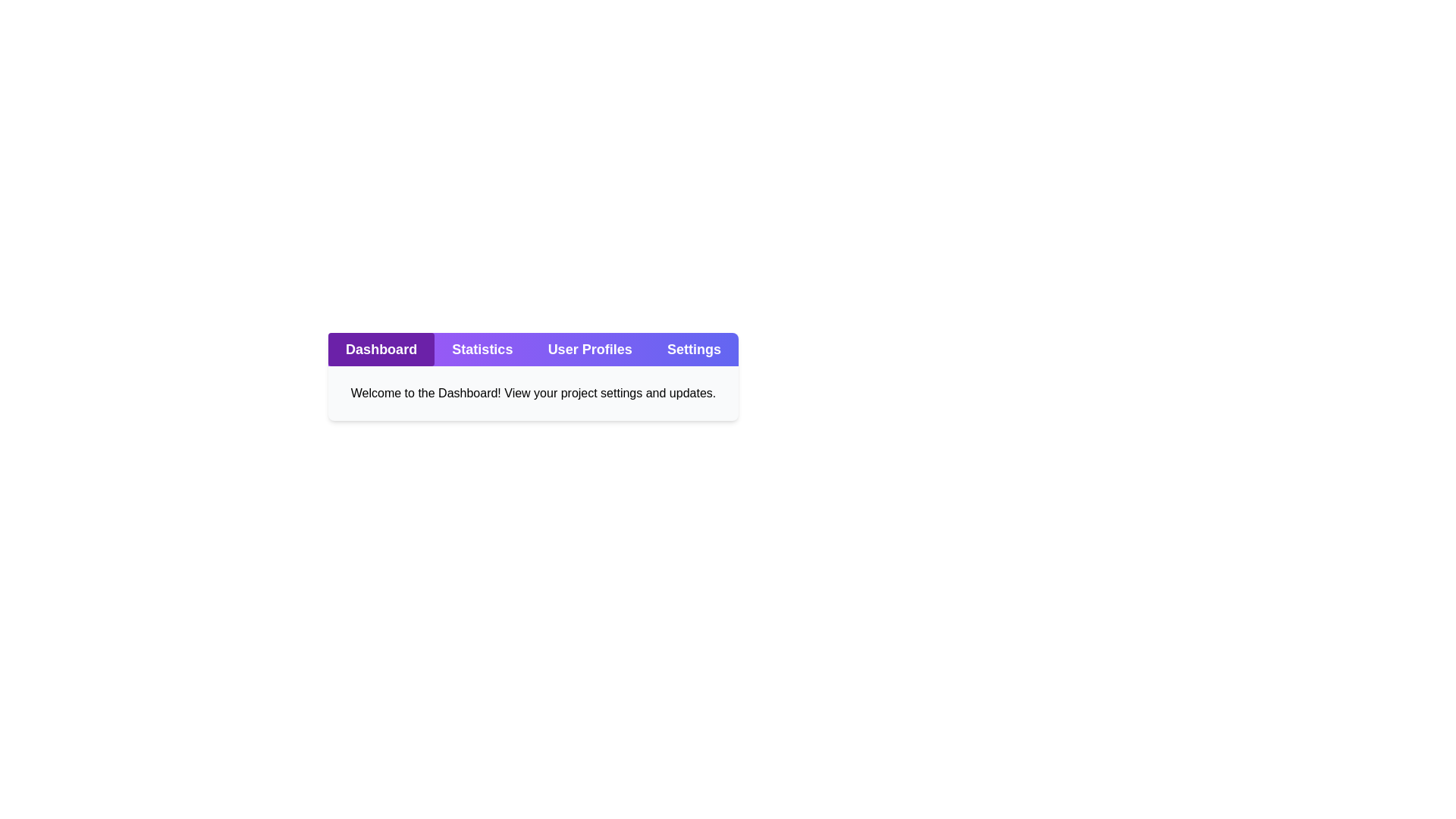 This screenshot has height=819, width=1456. What do you see at coordinates (482, 350) in the screenshot?
I see `the Statistics tab to view its content` at bounding box center [482, 350].